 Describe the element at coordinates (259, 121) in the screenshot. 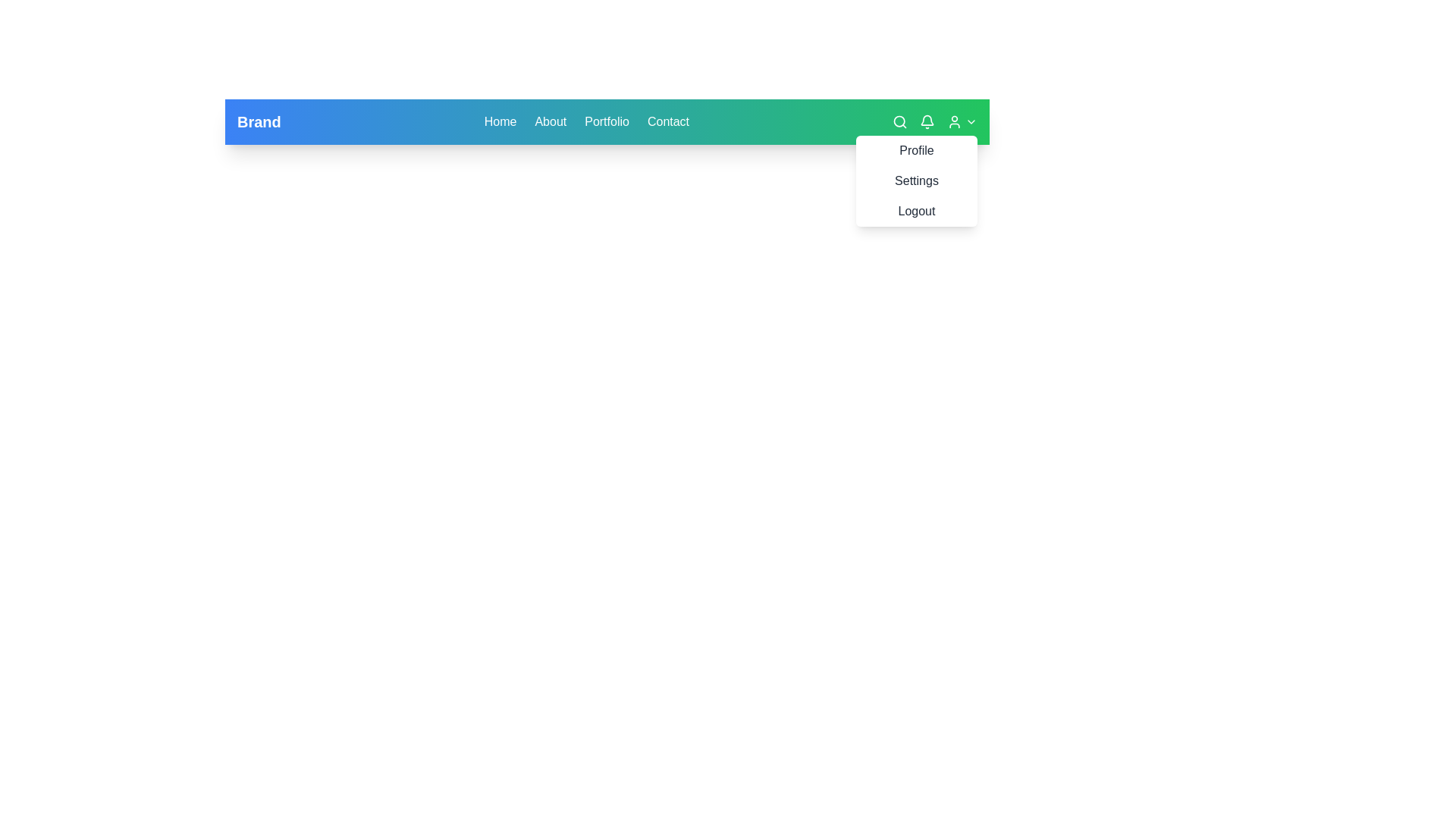

I see `the 'Brand' static text element, which is styled prominently in white against a vibrant blue gradient background and is located at the leftmost position of the horizontal navigation bar` at that location.